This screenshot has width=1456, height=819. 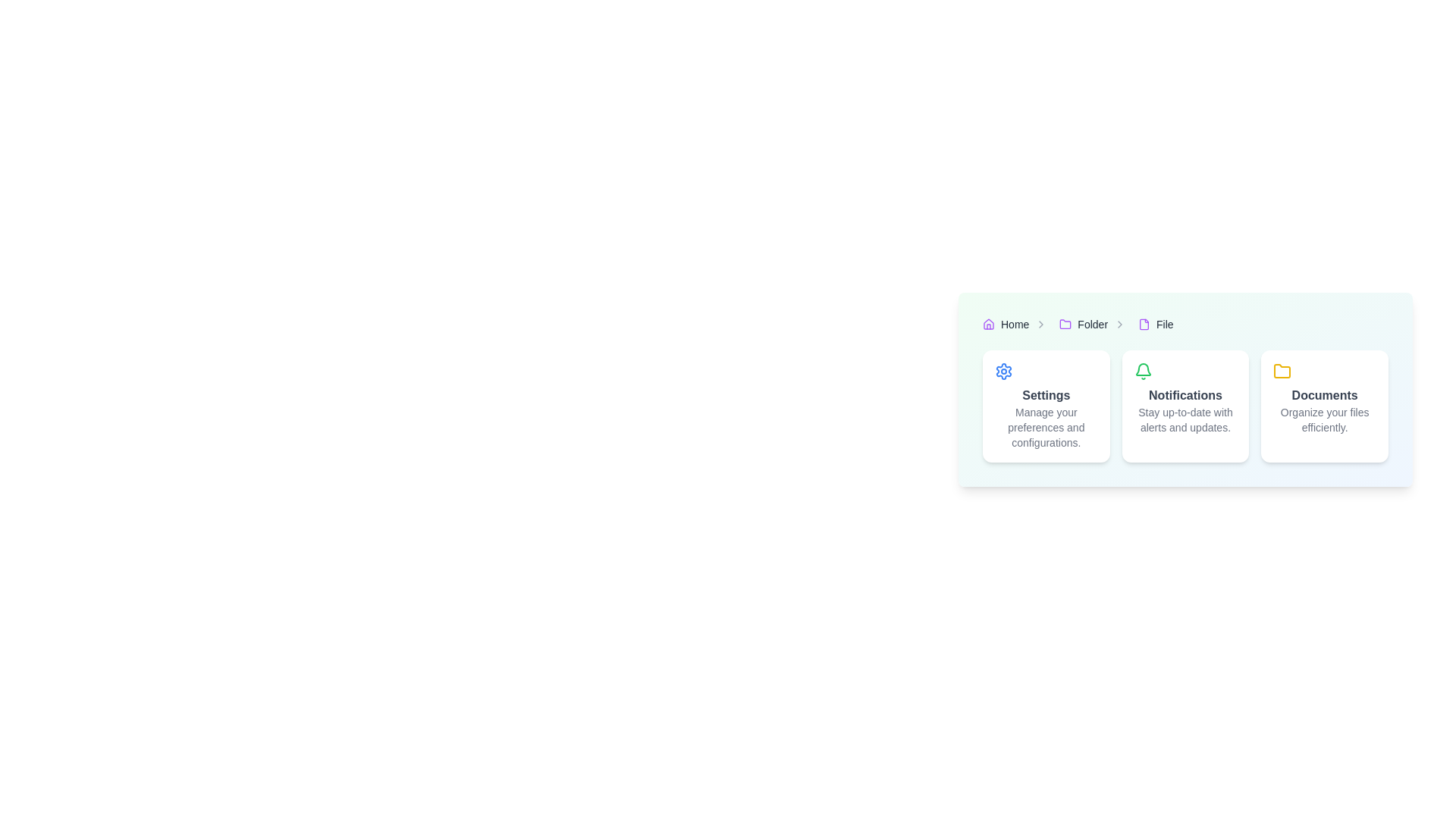 I want to click on the 'Home' icon in the breadcrumb navigation, so click(x=989, y=324).